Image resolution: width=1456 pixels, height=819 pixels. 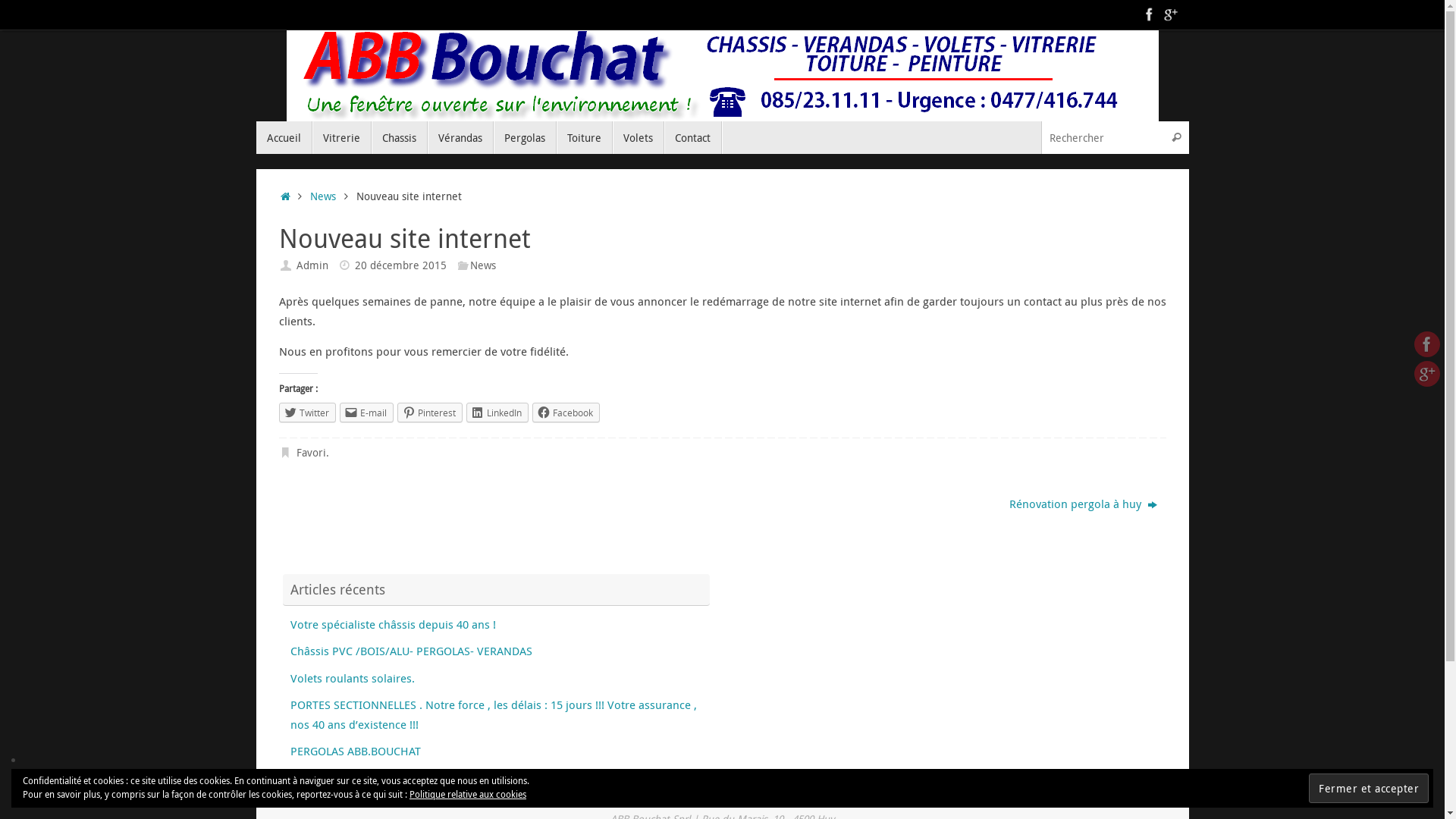 I want to click on 'Pinterest', so click(x=428, y=412).